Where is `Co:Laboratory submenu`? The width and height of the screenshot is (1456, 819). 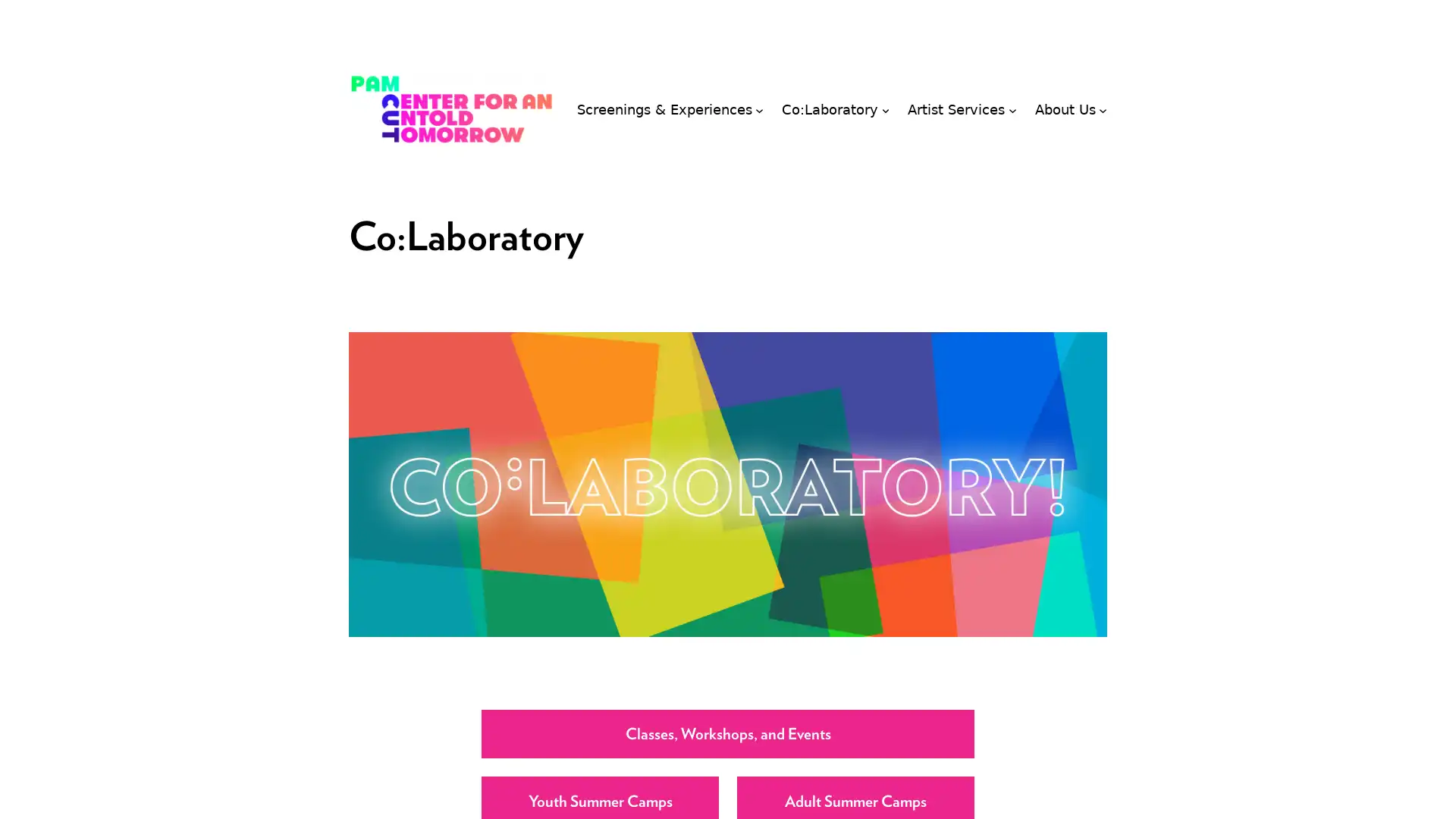 Co:Laboratory submenu is located at coordinates (885, 108).